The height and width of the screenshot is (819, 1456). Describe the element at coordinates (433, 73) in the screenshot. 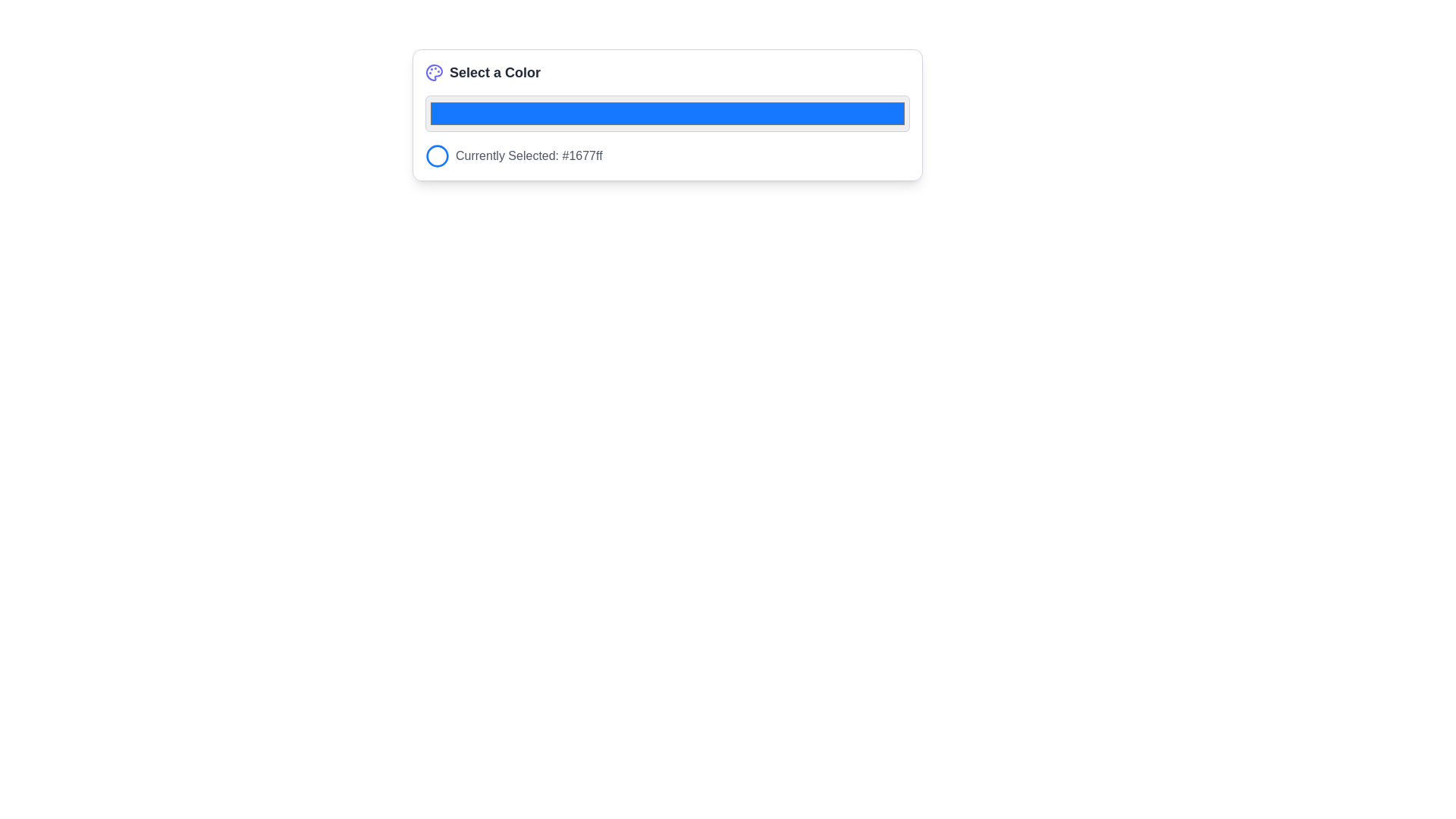

I see `the color selection icon located at the far left of the horizontal group, preceding the text 'Select a Color'` at that location.